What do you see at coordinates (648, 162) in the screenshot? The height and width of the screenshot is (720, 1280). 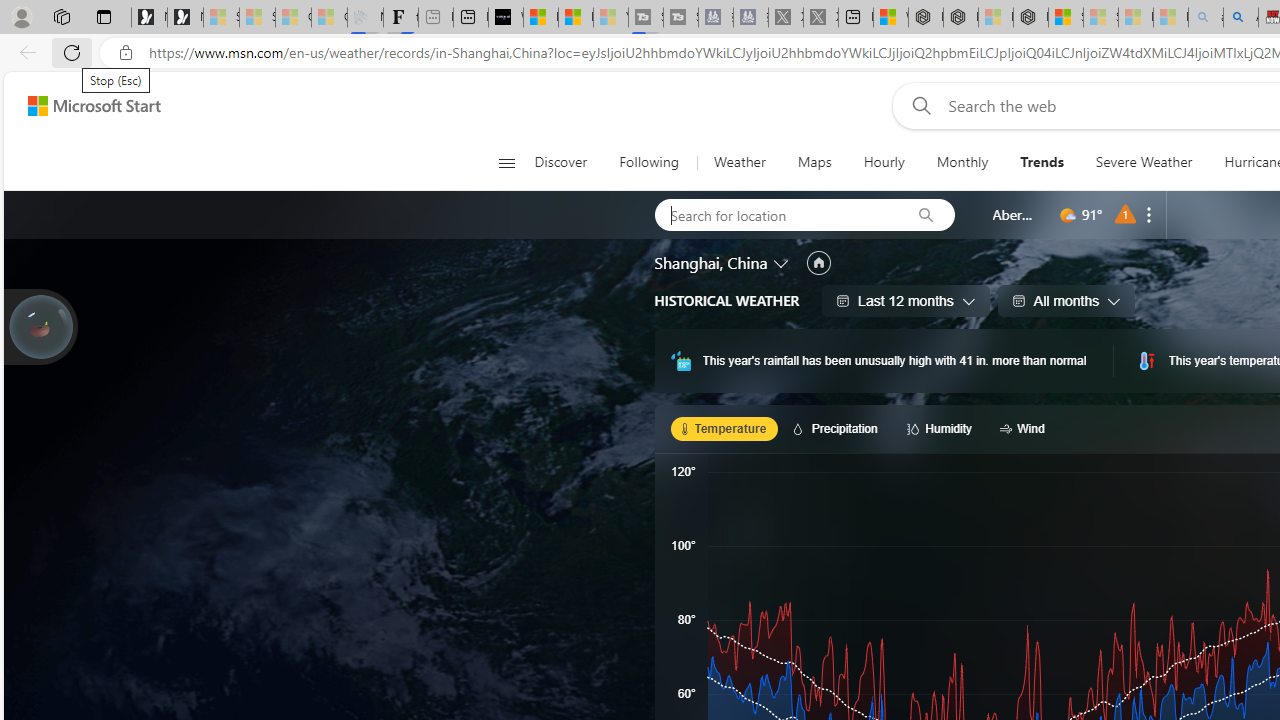 I see `'Following'` at bounding box center [648, 162].